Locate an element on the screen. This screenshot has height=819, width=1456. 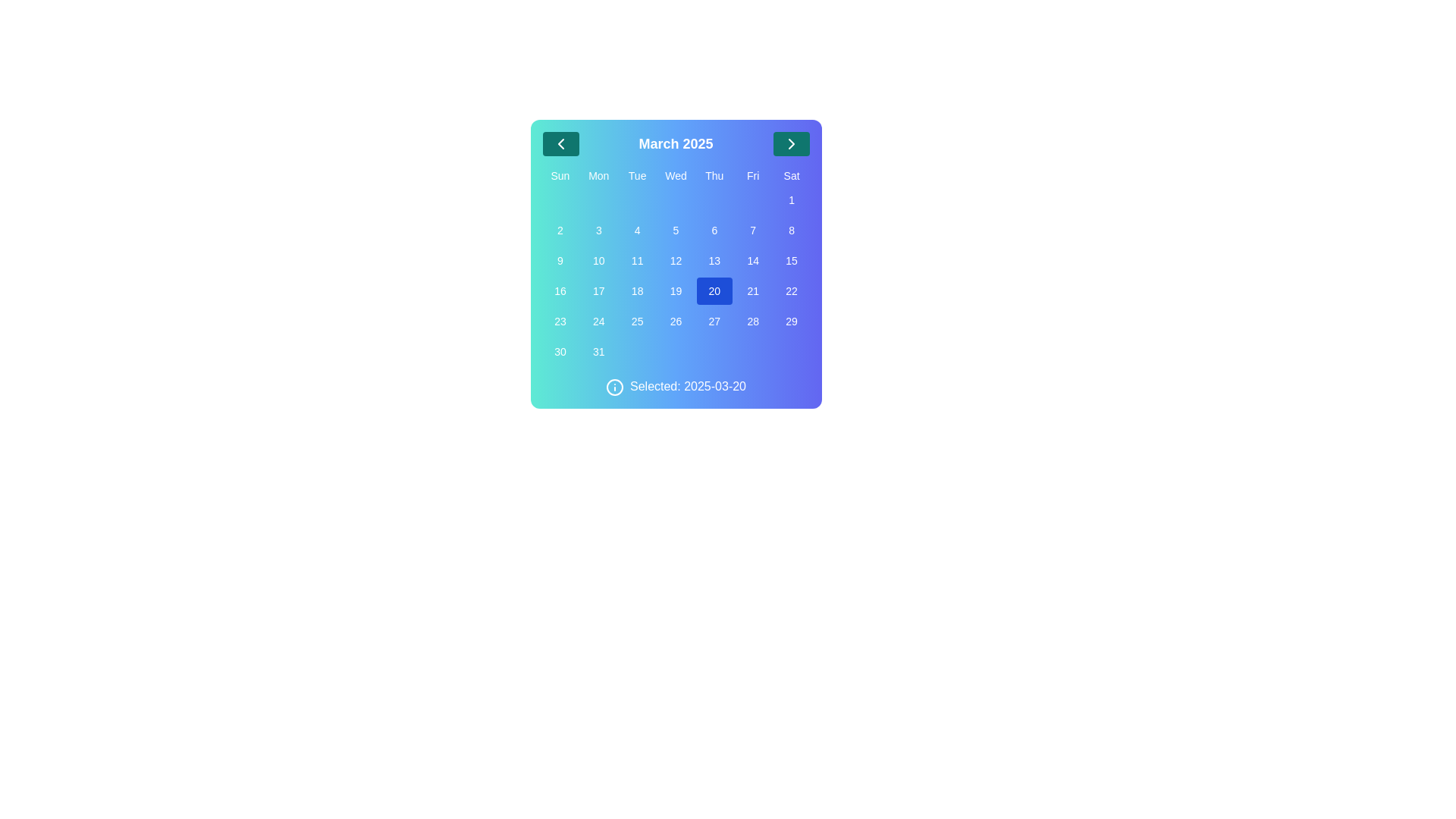
the button representing the ninth day of the month in the calendar interface is located at coordinates (560, 259).